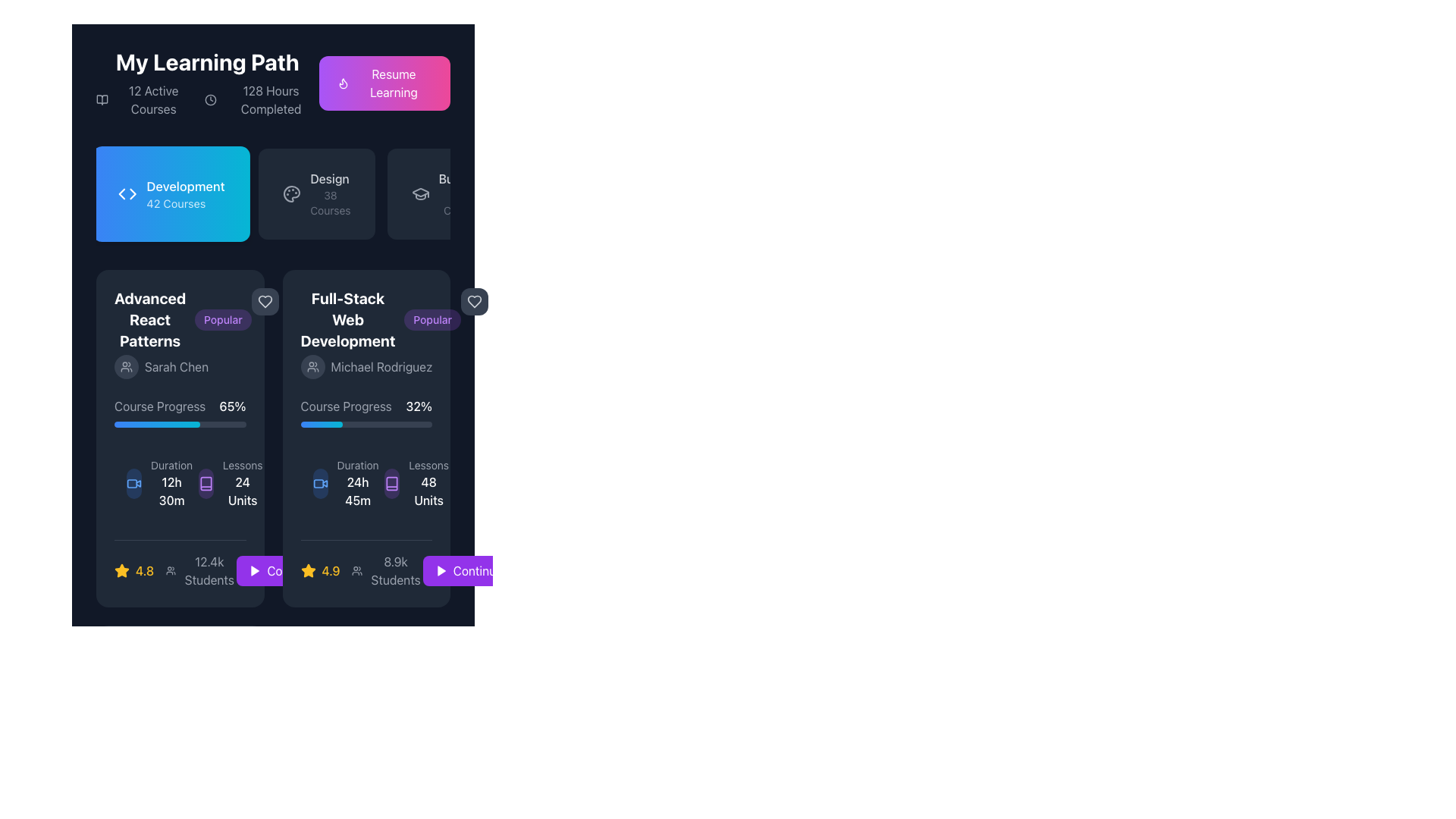 This screenshot has height=819, width=1456. I want to click on the 'Duration' text display element which shows '24h 45m' in bold white font, located in the lower-left section of the 'Full-Stack Web Development' course card, so click(357, 483).